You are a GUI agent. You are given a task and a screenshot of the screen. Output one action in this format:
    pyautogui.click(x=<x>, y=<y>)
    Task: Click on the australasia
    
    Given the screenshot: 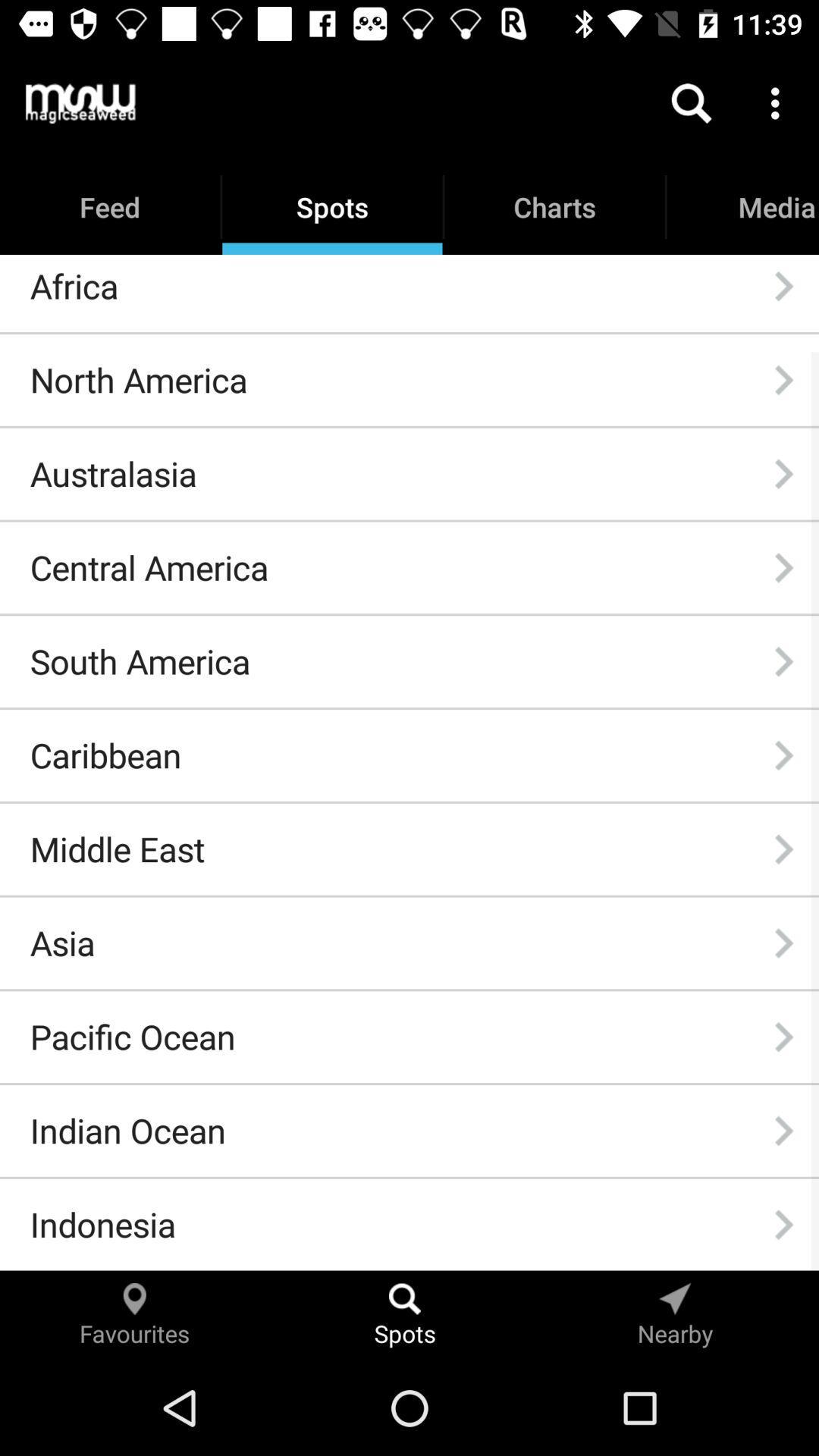 What is the action you would take?
    pyautogui.click(x=112, y=472)
    